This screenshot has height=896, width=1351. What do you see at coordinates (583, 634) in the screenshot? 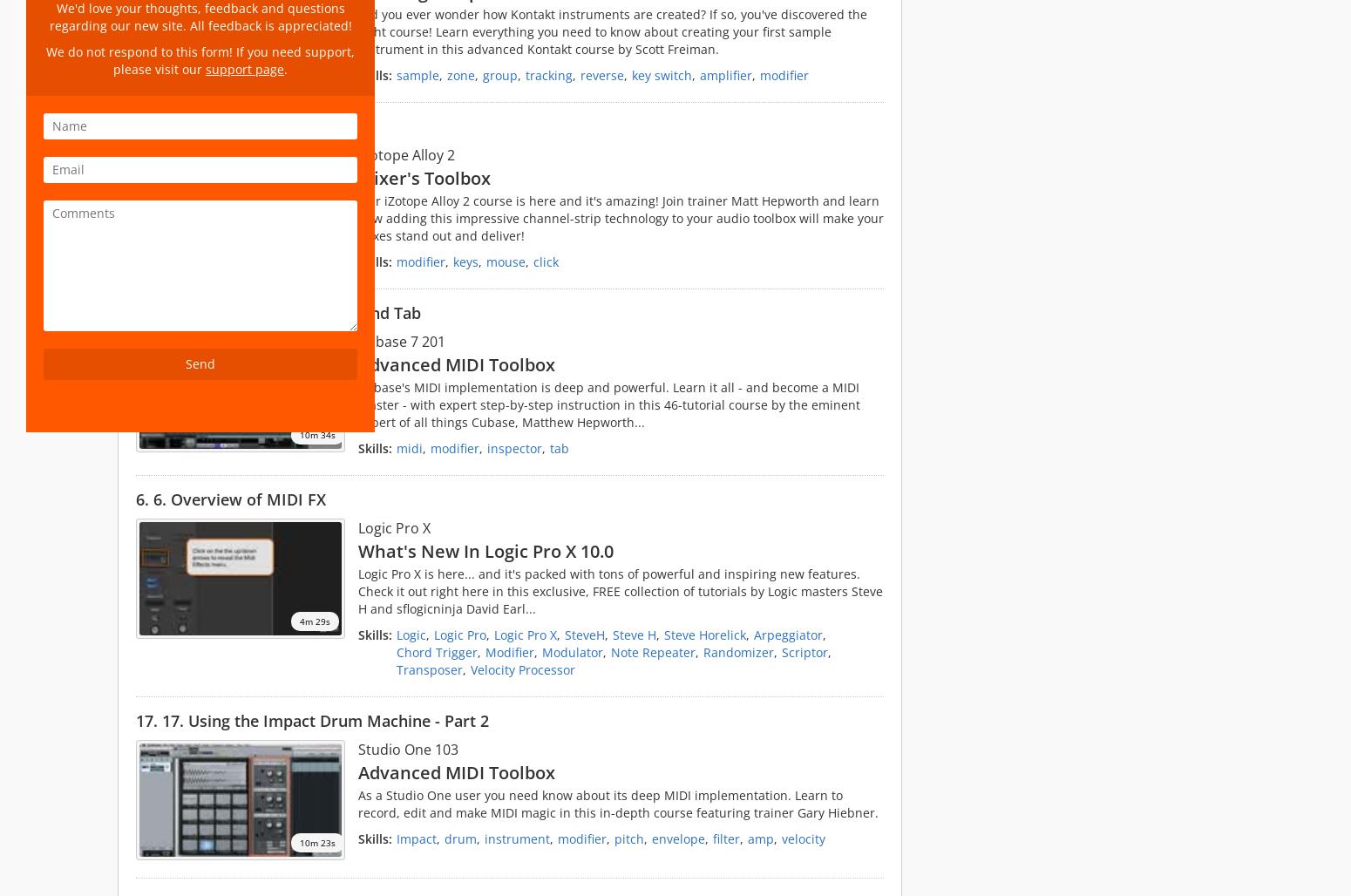
I see `'SteveH'` at bounding box center [583, 634].